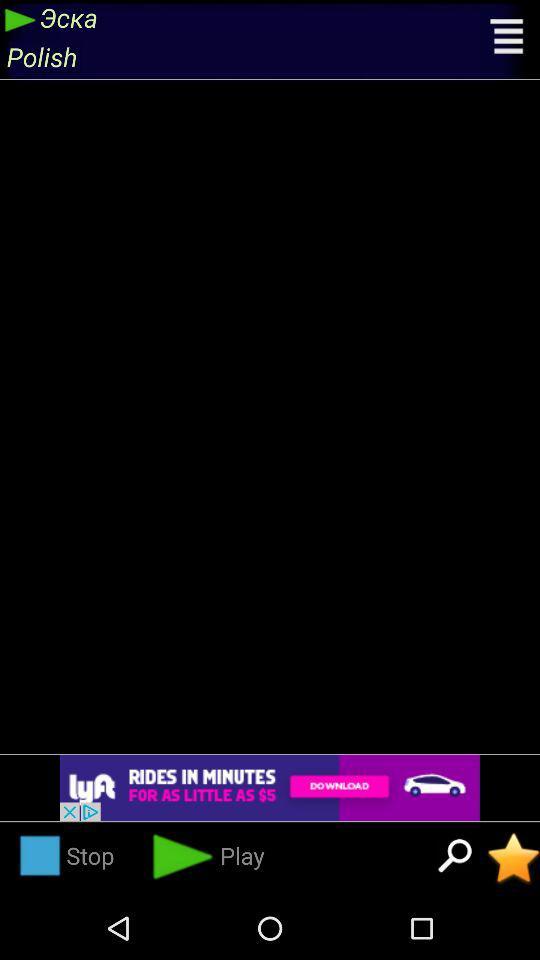 This screenshot has width=540, height=960. I want to click on search, so click(455, 857).